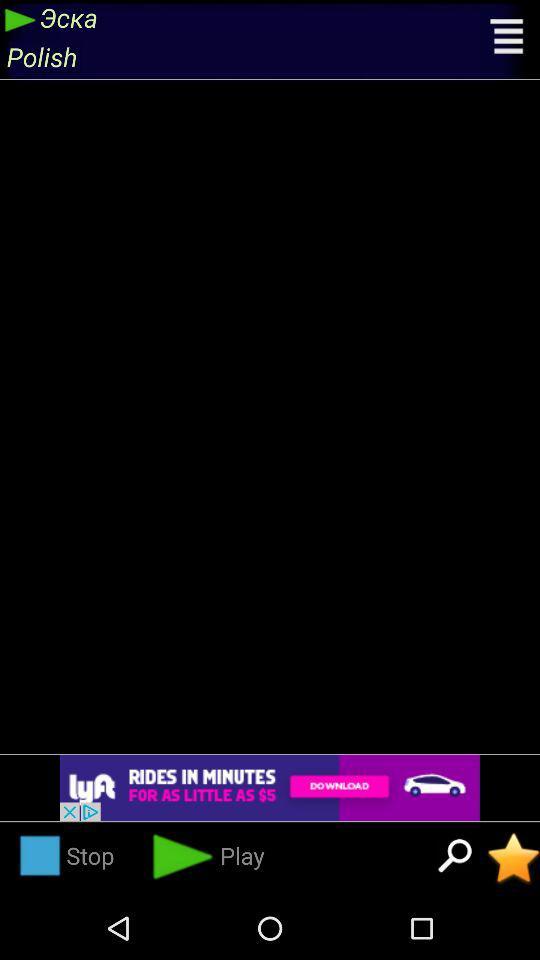 This screenshot has width=540, height=960. I want to click on search, so click(455, 857).